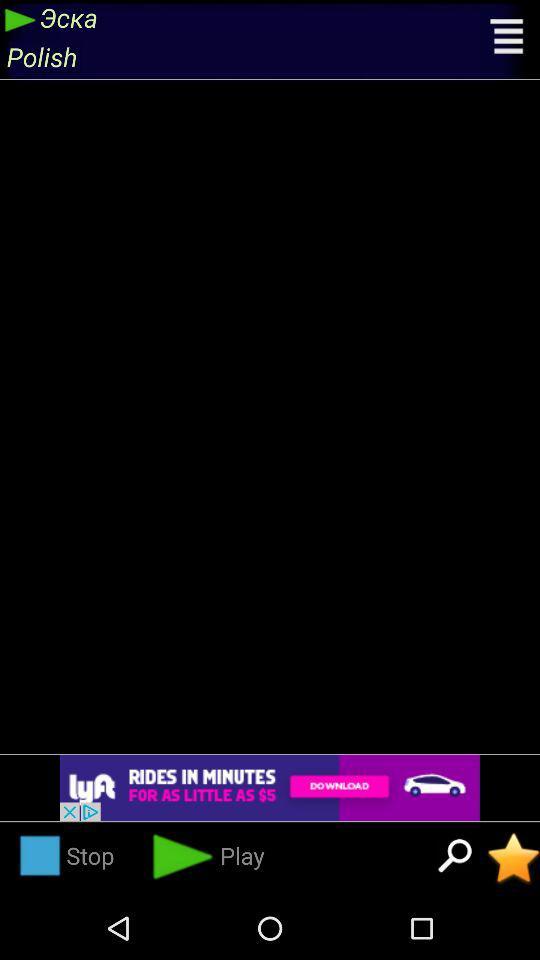 This screenshot has width=540, height=960. I want to click on search, so click(455, 857).